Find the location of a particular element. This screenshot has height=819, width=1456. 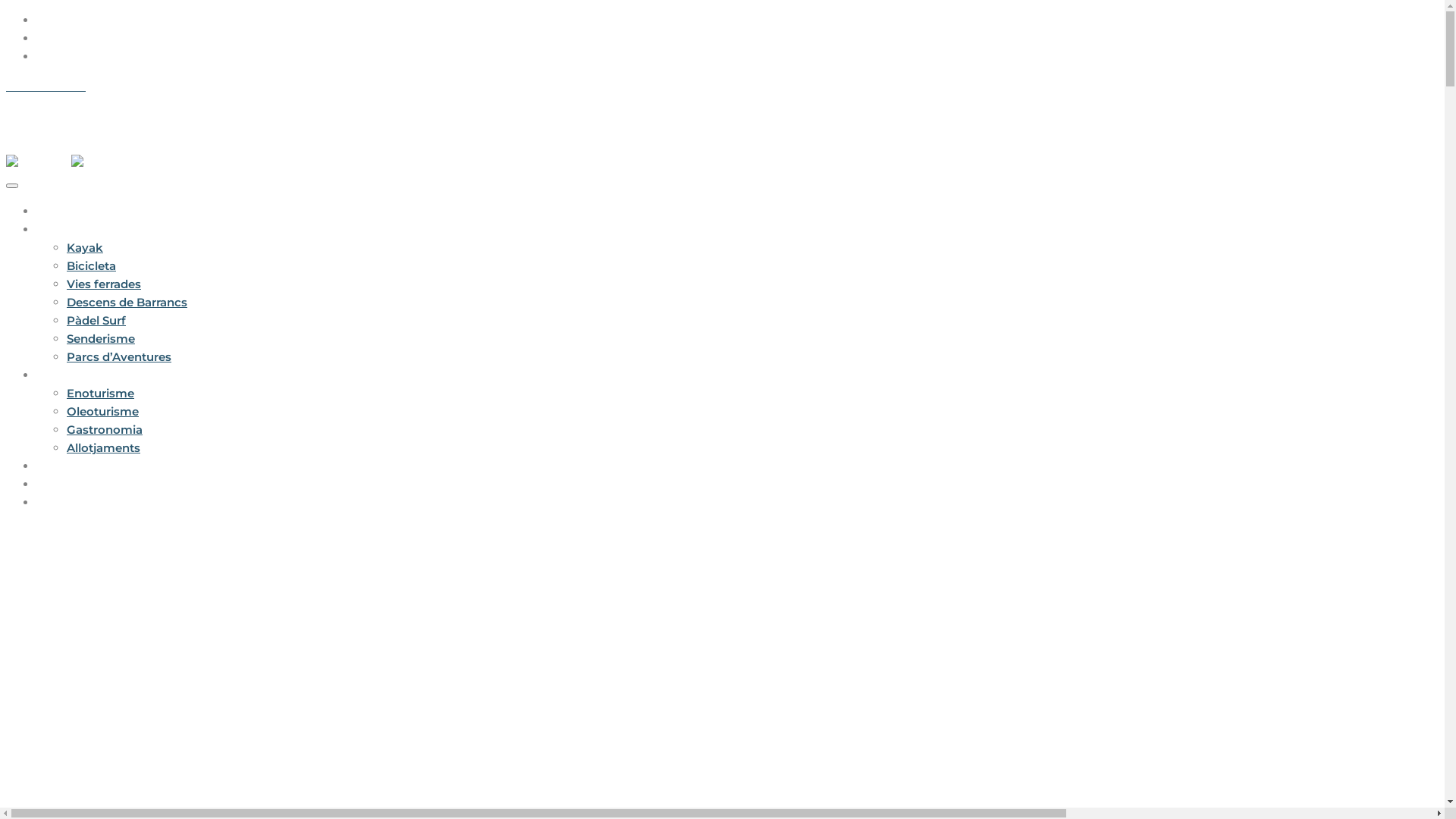

'xalaebre@gmail.com' is located at coordinates (146, 86).